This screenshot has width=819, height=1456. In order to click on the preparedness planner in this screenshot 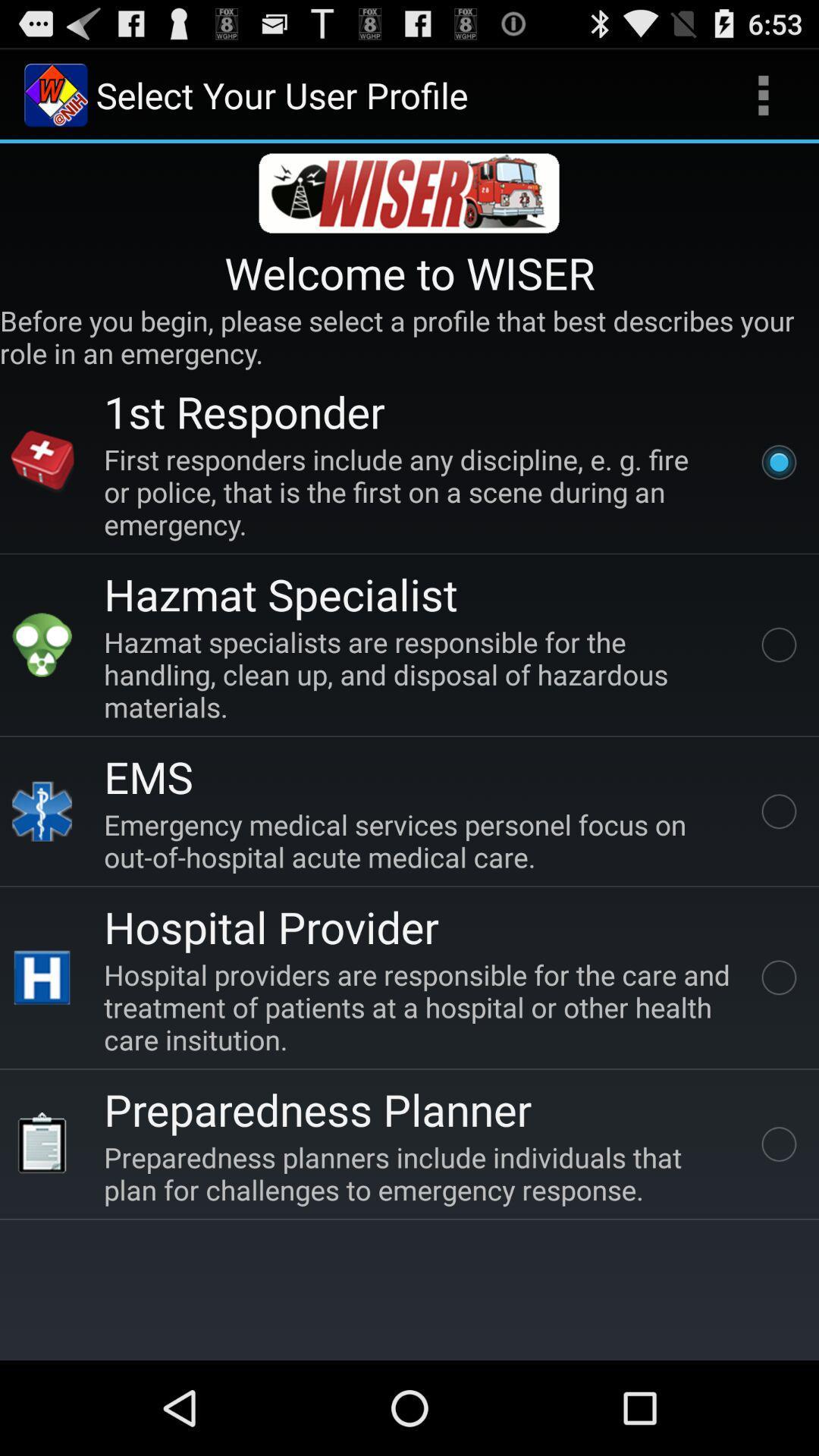, I will do `click(317, 1109)`.